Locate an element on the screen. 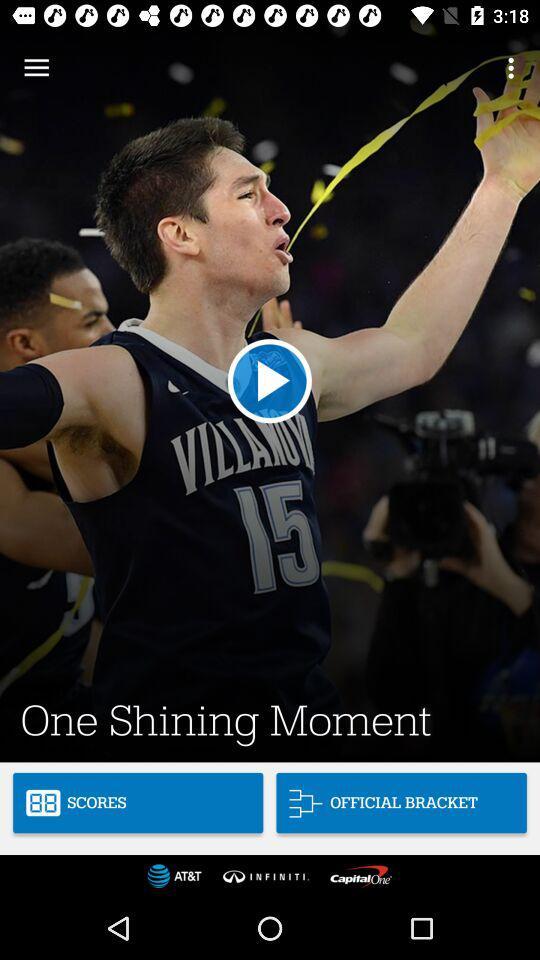  item next to official bracket icon is located at coordinates (137, 803).